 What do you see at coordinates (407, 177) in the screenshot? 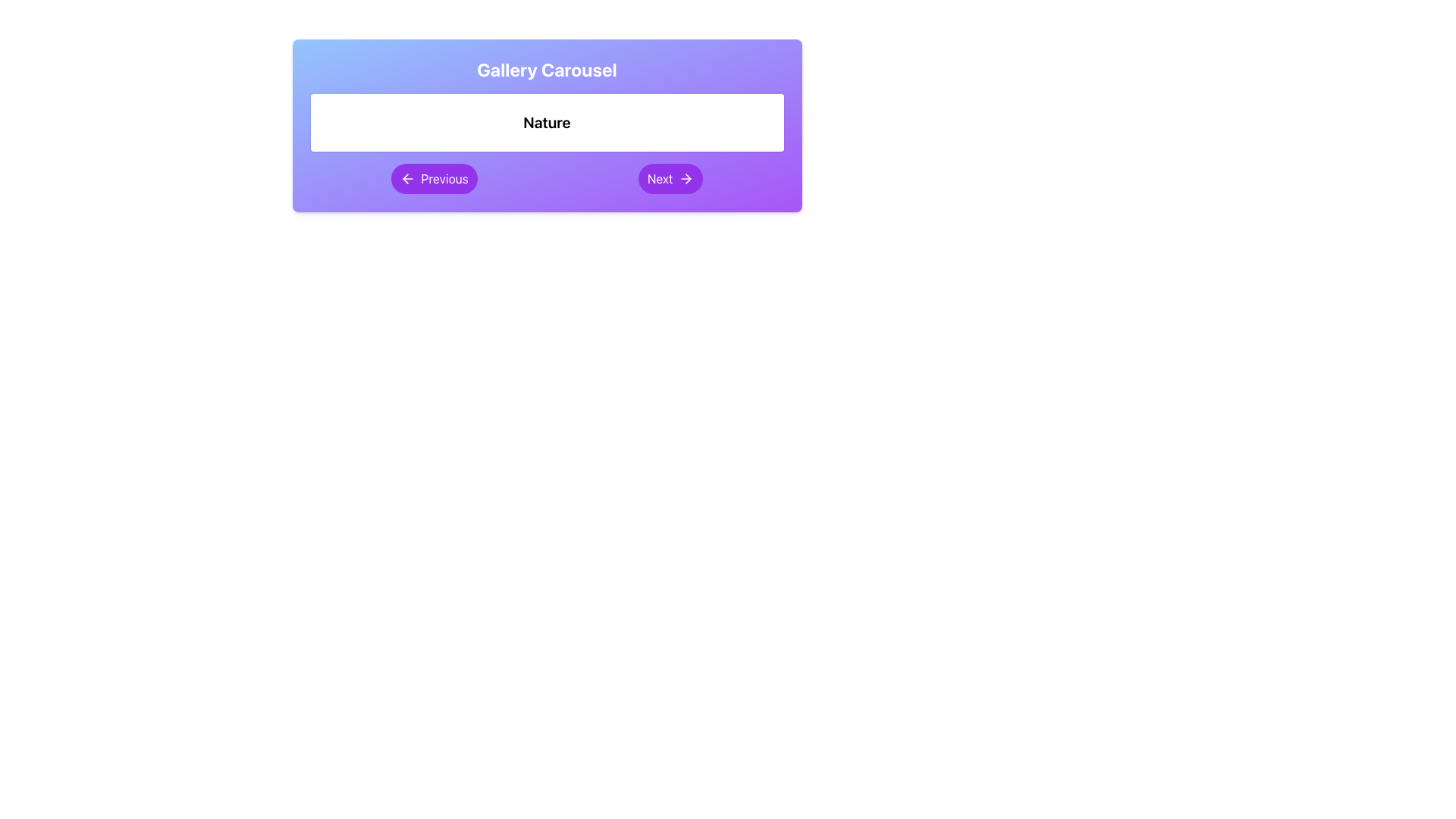
I see `the navigational icon within the purple 'Previous' button located under the 'Nature' section` at bounding box center [407, 177].